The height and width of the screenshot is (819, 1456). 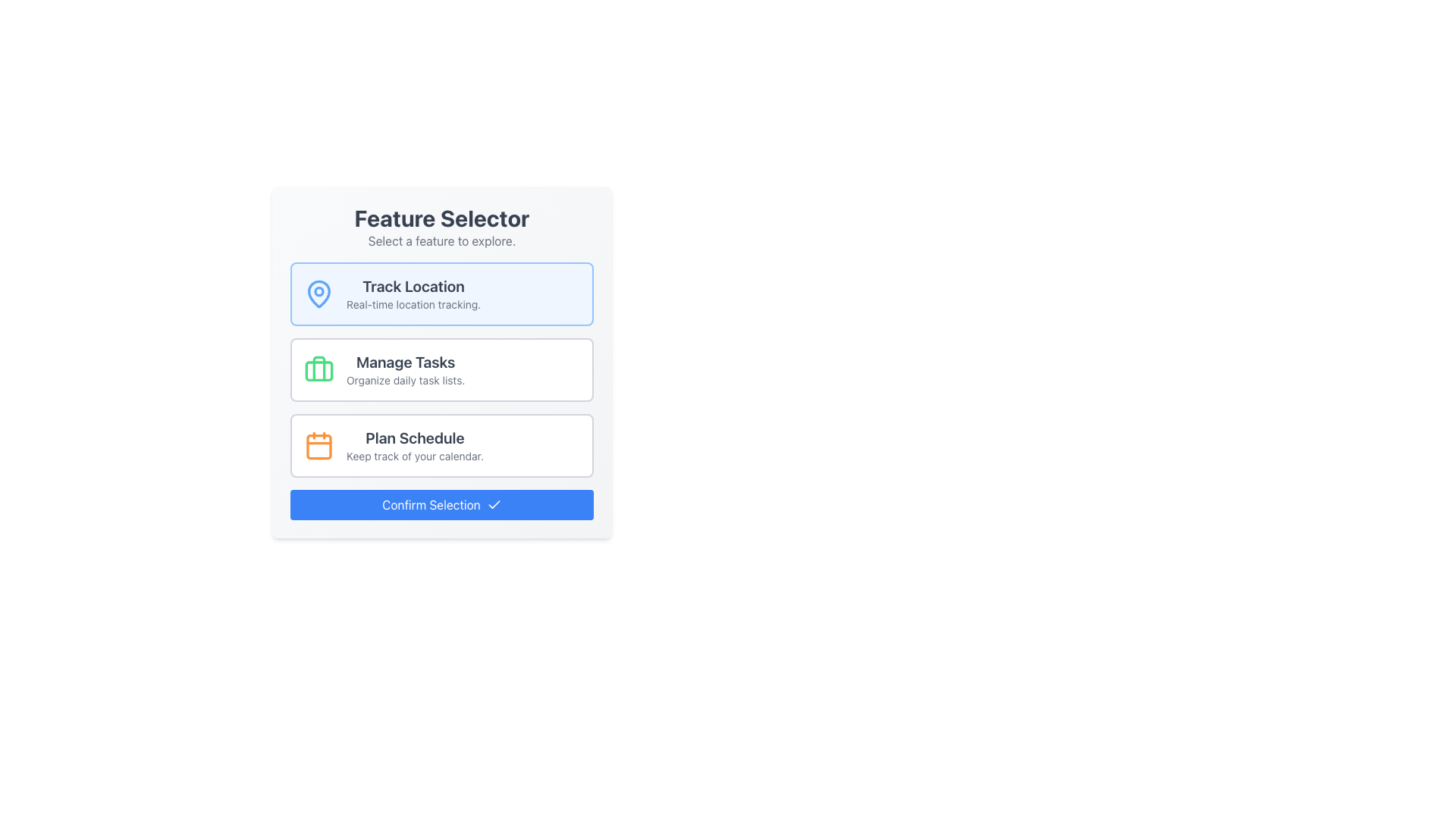 I want to click on the descriptive text 'Keep track of your calendar.' which is positioned below the heading 'Plan Schedule', so click(x=415, y=455).